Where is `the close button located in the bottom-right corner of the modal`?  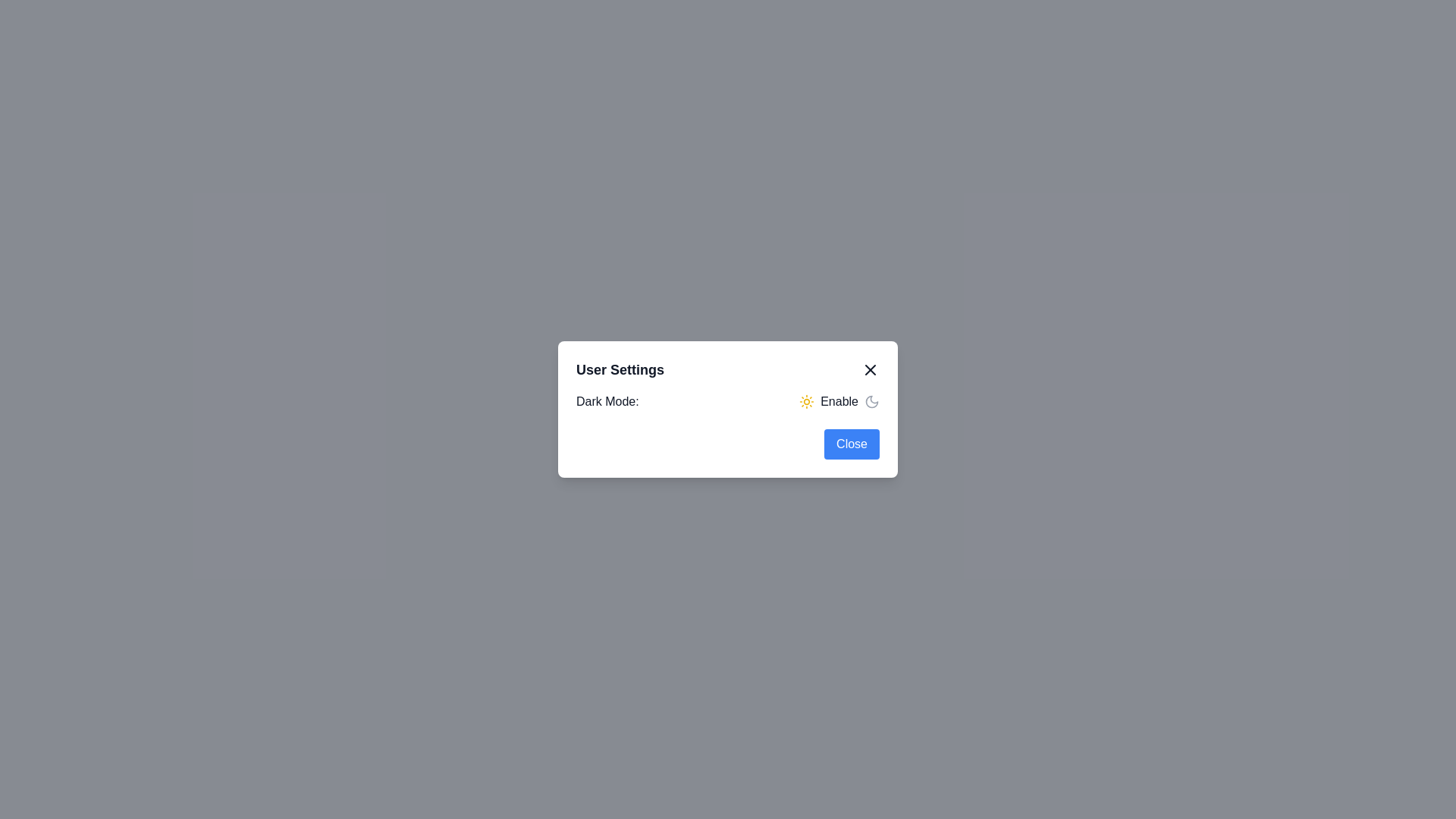 the close button located in the bottom-right corner of the modal is located at coordinates (852, 444).